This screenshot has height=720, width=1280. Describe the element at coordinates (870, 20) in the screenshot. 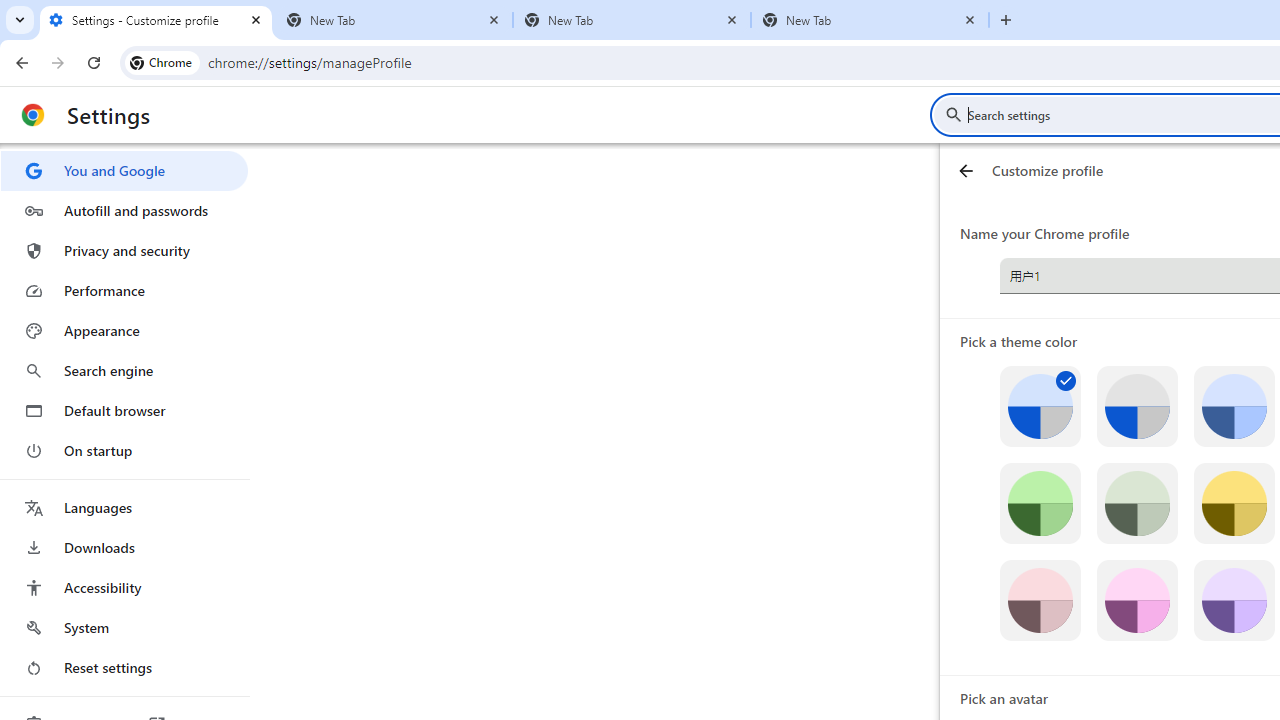

I see `'New Tab'` at that location.